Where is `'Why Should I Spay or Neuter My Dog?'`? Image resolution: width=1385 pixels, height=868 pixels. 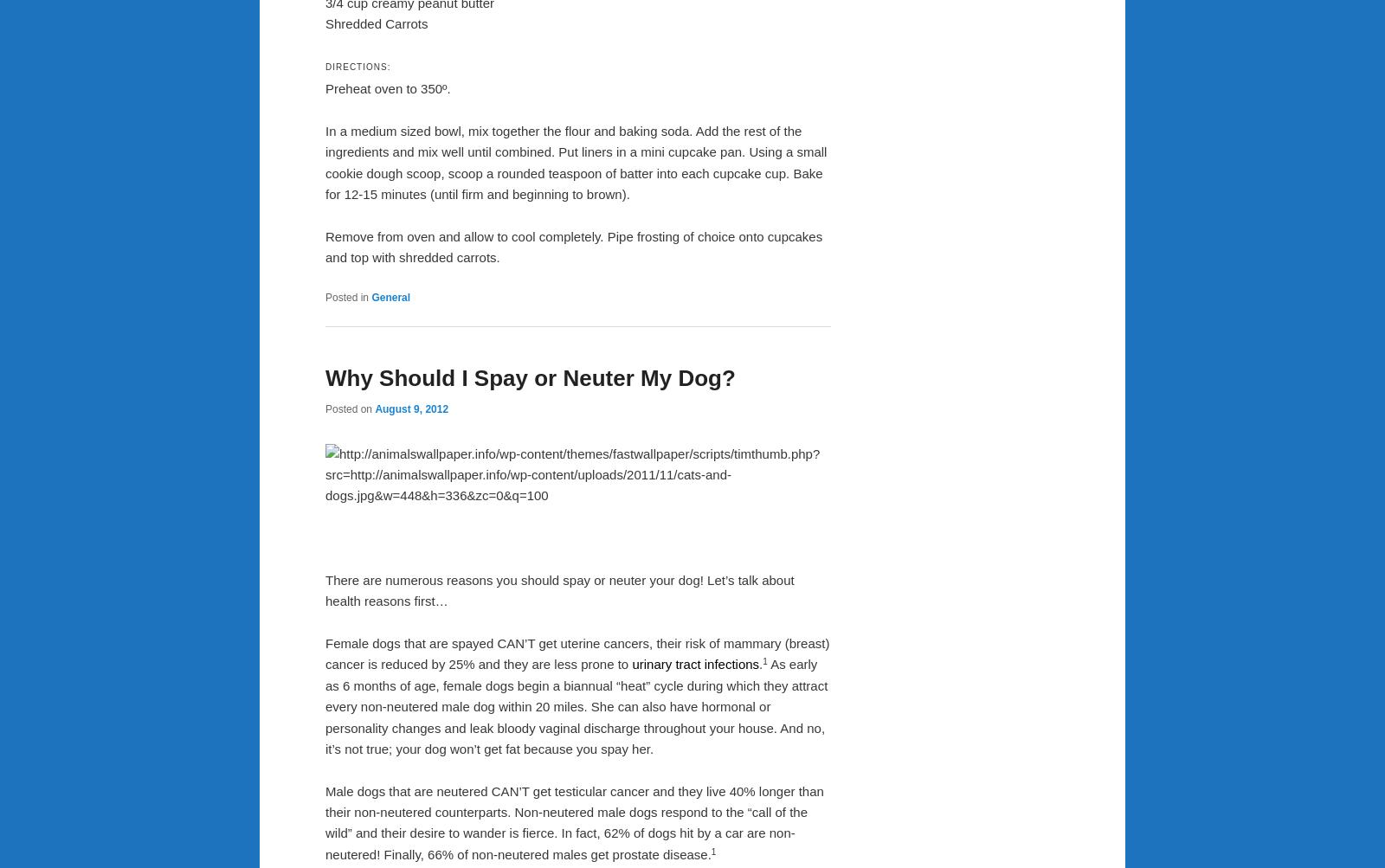 'Why Should I Spay or Neuter My Dog?' is located at coordinates (530, 377).